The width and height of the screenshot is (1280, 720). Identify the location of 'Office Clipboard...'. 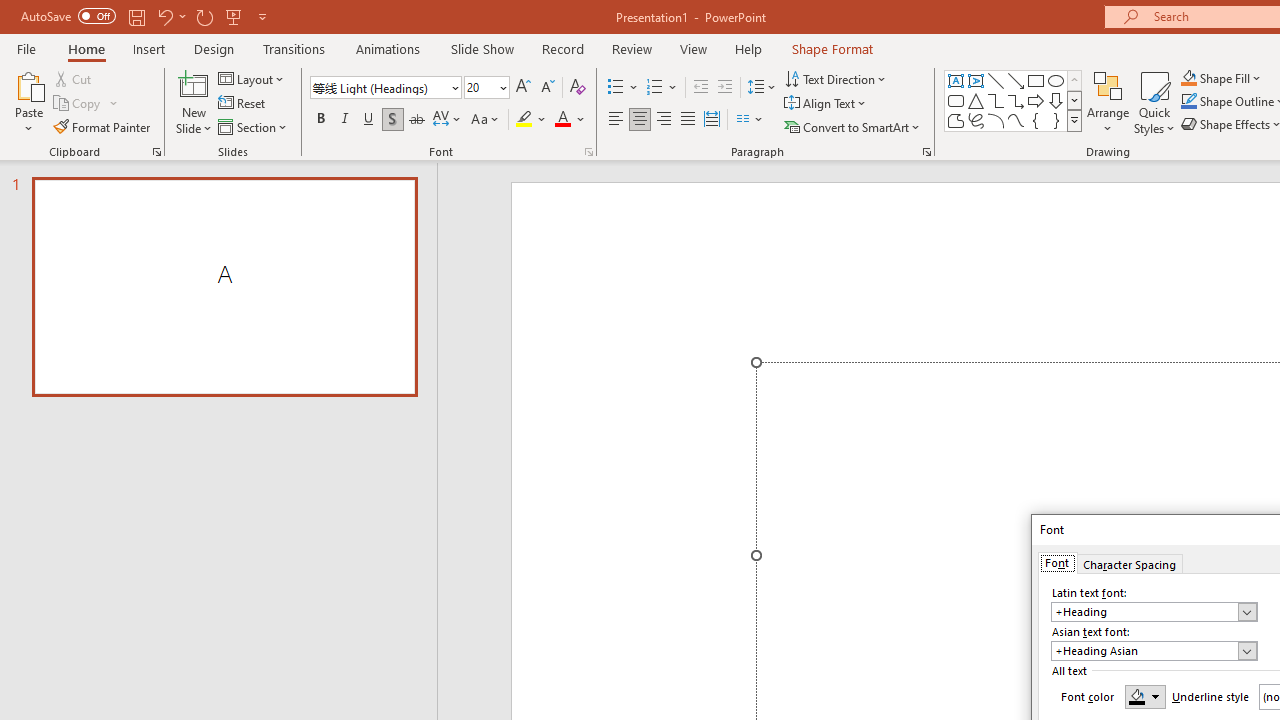
(155, 150).